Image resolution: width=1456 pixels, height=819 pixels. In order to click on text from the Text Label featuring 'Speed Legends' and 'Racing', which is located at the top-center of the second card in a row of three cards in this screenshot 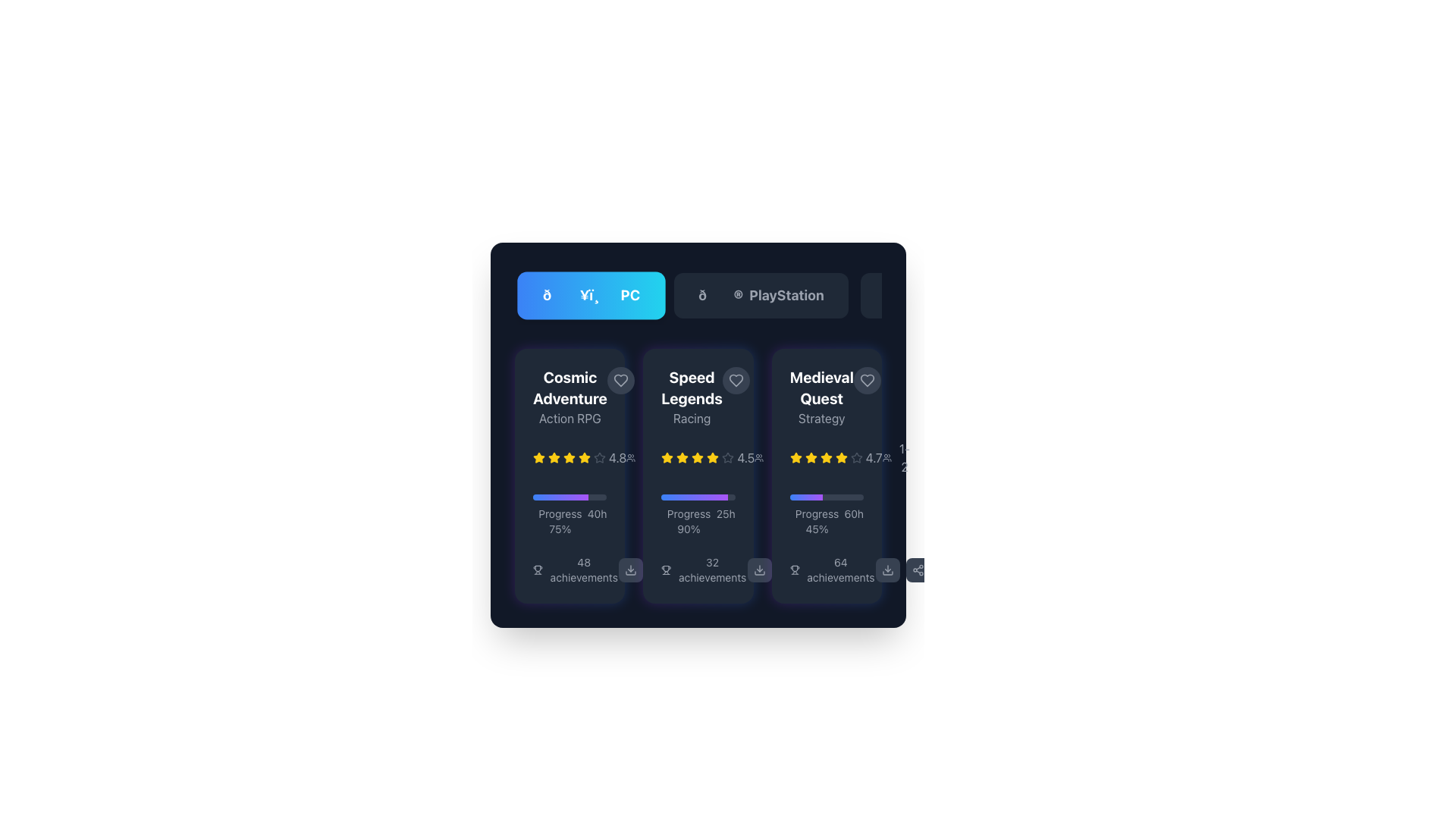, I will do `click(691, 397)`.